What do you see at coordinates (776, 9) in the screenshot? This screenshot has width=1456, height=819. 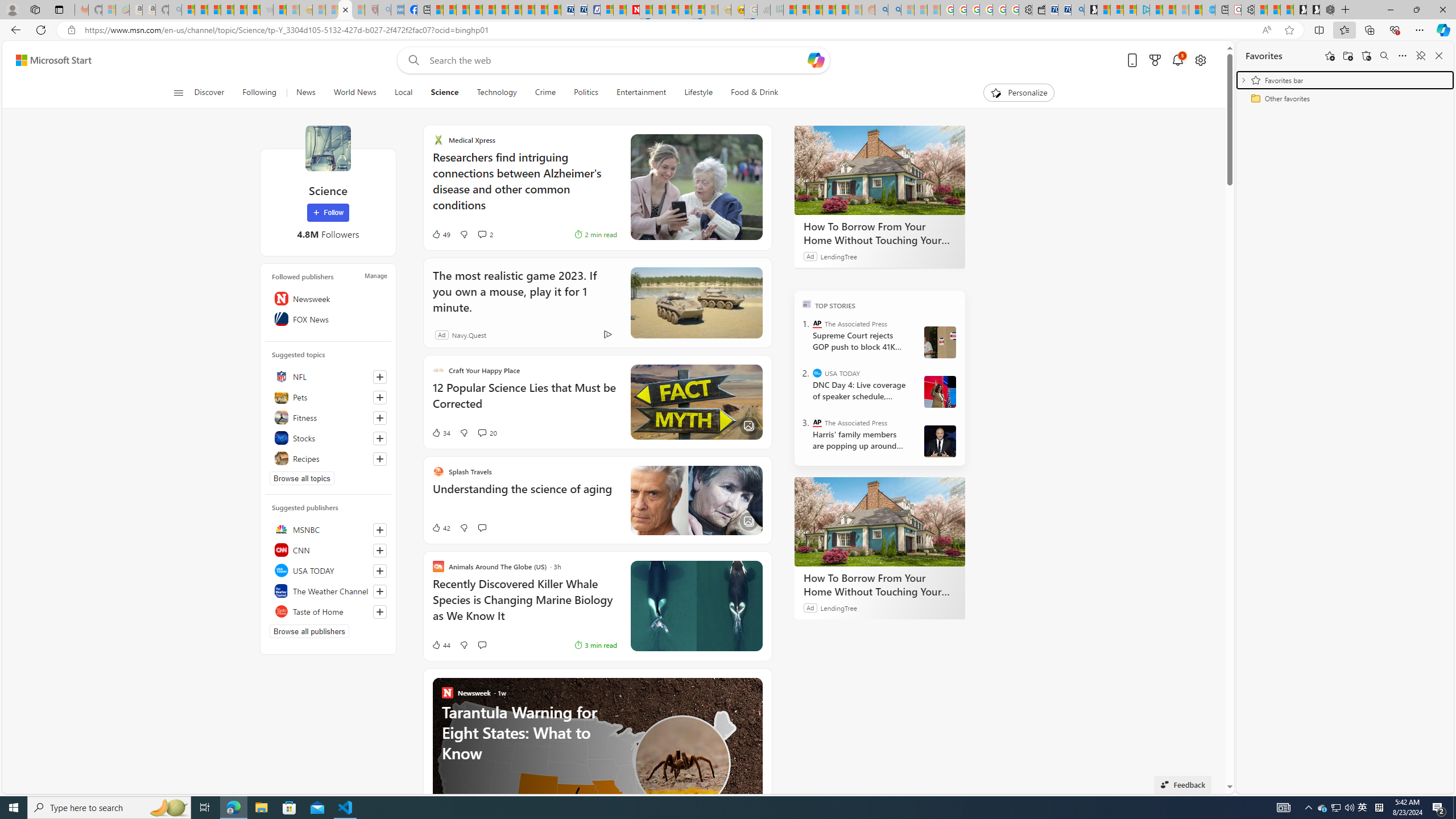 I see `'DITOGAMES AG Imprint - Sleeping'` at bounding box center [776, 9].